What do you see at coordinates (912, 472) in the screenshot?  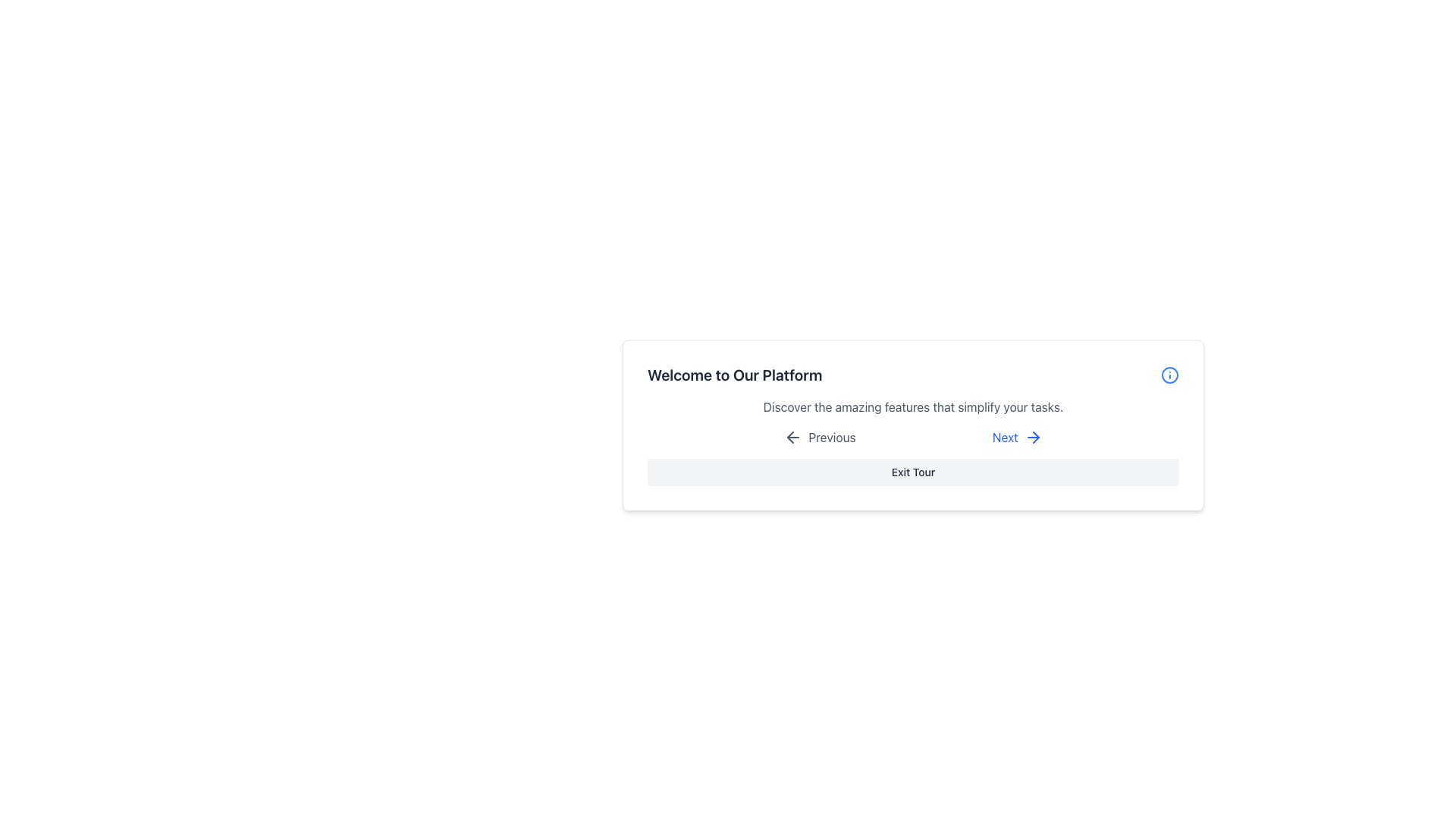 I see `the 'Exit Tour' button located at the bottom center of the popup section to terminate the guided feature tour` at bounding box center [912, 472].